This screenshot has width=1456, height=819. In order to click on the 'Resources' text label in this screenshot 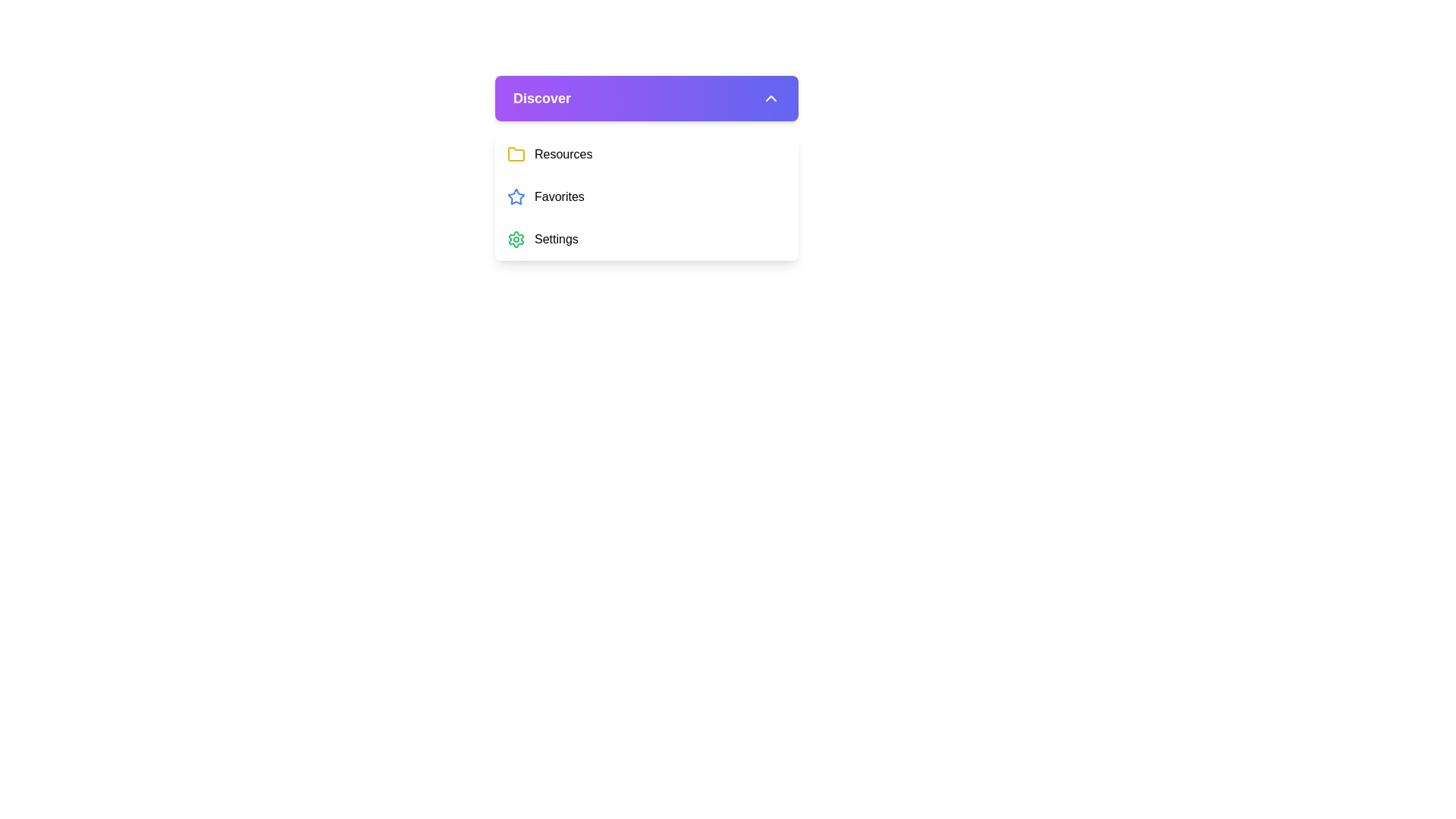, I will do `click(563, 155)`.